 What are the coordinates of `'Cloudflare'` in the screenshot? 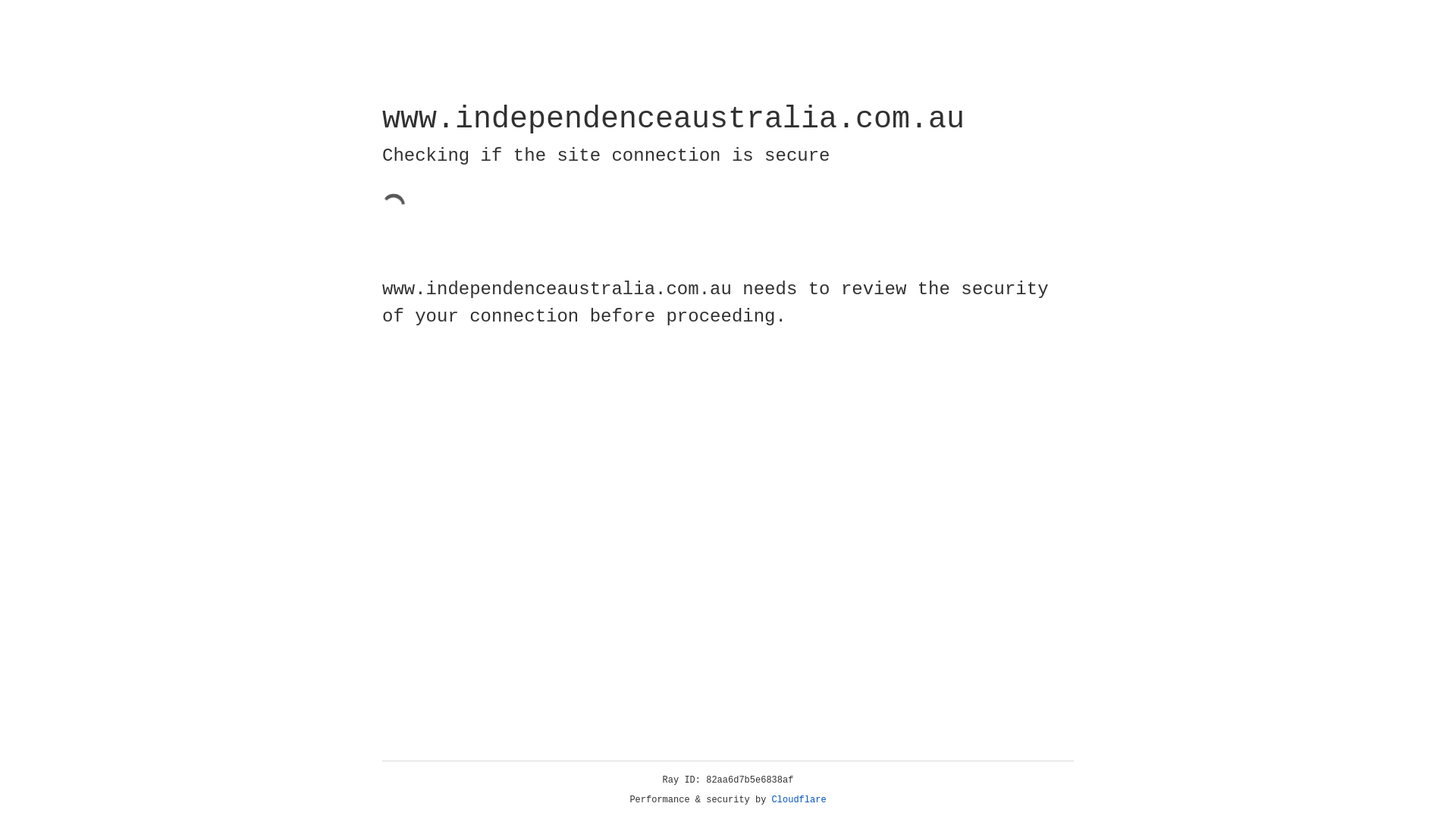 It's located at (799, 799).